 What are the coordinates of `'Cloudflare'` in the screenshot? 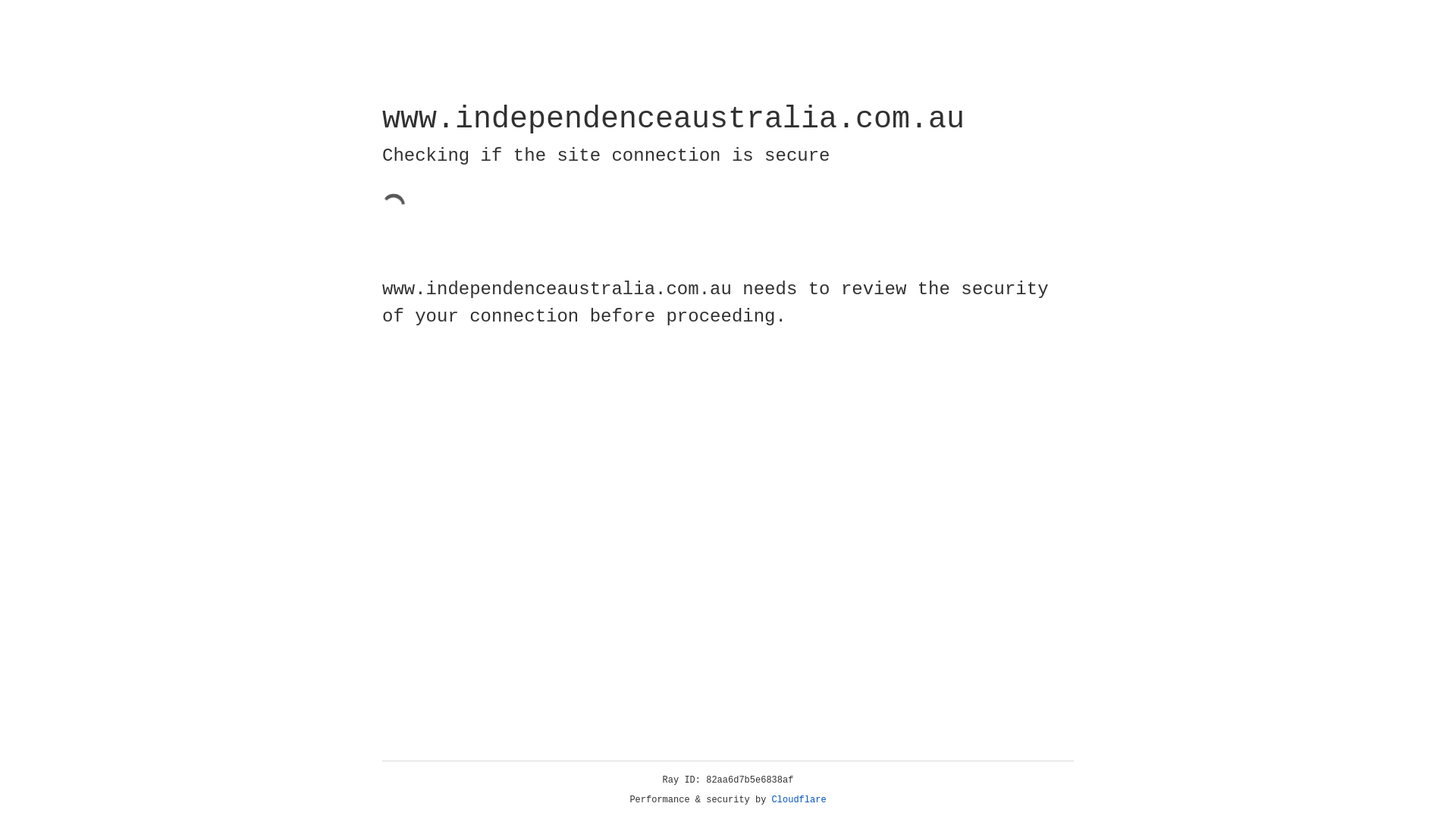 It's located at (799, 799).